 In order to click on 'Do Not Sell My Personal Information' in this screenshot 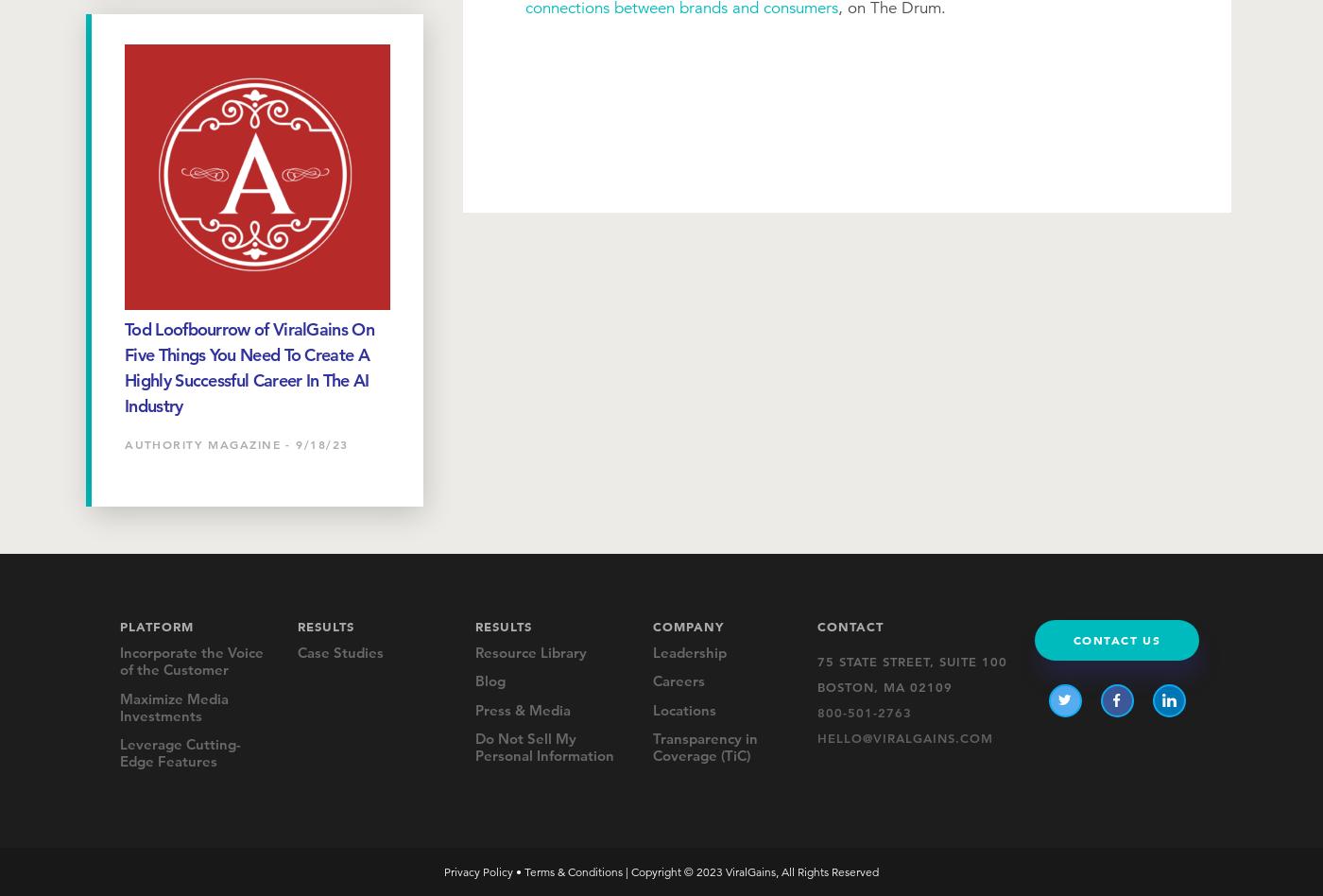, I will do `click(544, 746)`.